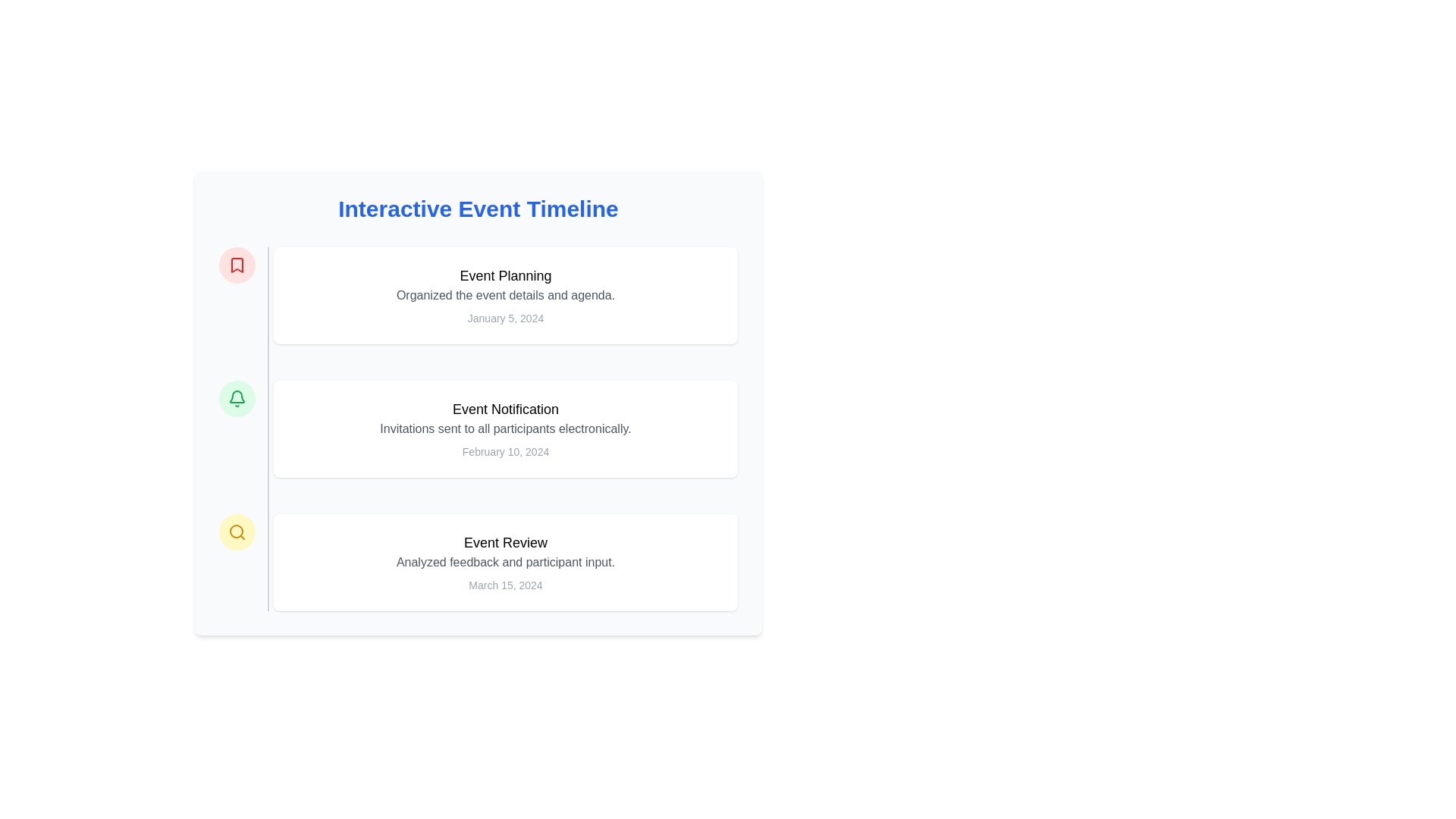 This screenshot has height=819, width=1456. Describe the element at coordinates (236, 397) in the screenshot. I see `the bell icon within a circular button located on the left side of the interface` at that location.